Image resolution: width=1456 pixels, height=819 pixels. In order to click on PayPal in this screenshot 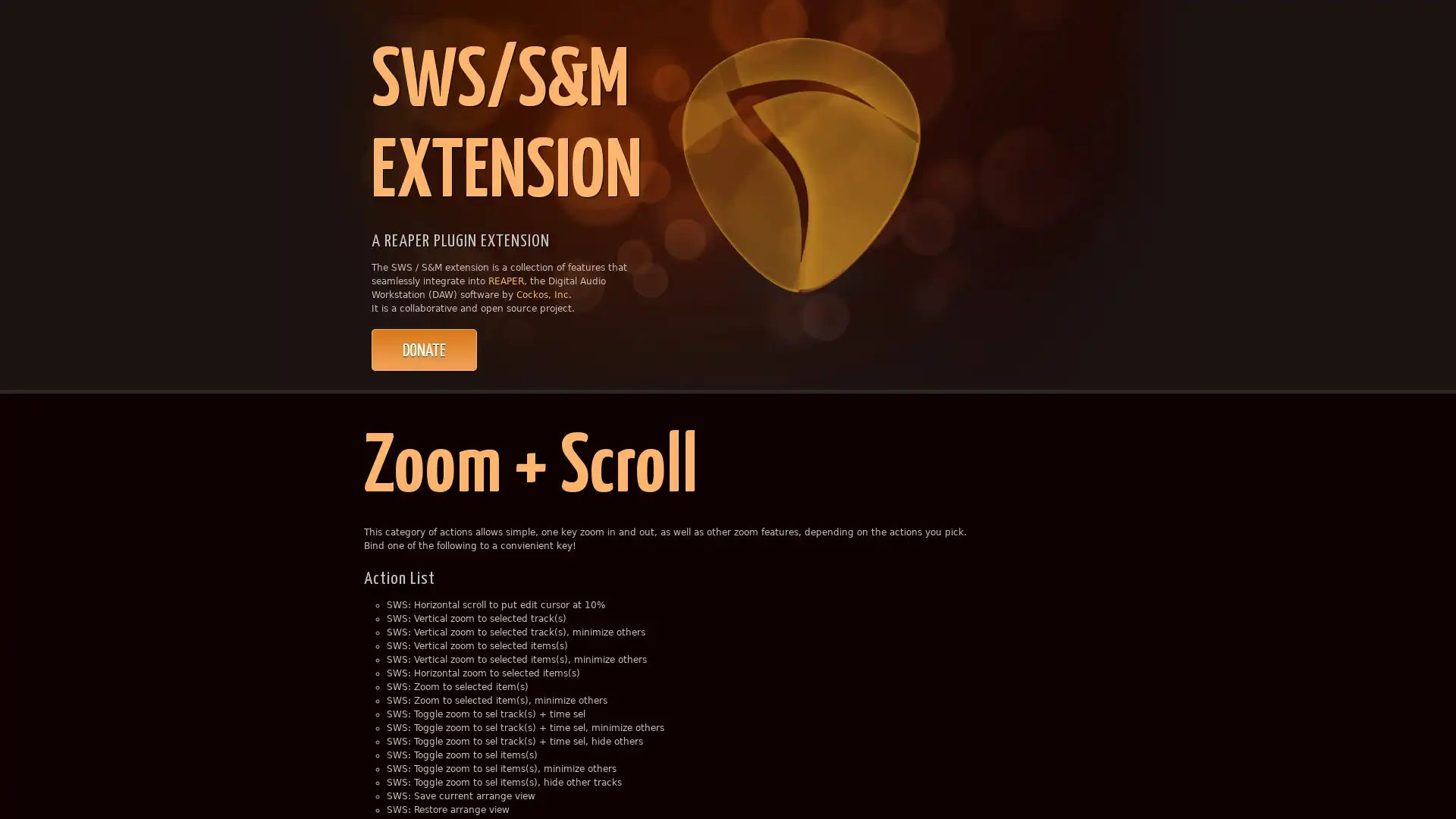, I will do `click(424, 350)`.